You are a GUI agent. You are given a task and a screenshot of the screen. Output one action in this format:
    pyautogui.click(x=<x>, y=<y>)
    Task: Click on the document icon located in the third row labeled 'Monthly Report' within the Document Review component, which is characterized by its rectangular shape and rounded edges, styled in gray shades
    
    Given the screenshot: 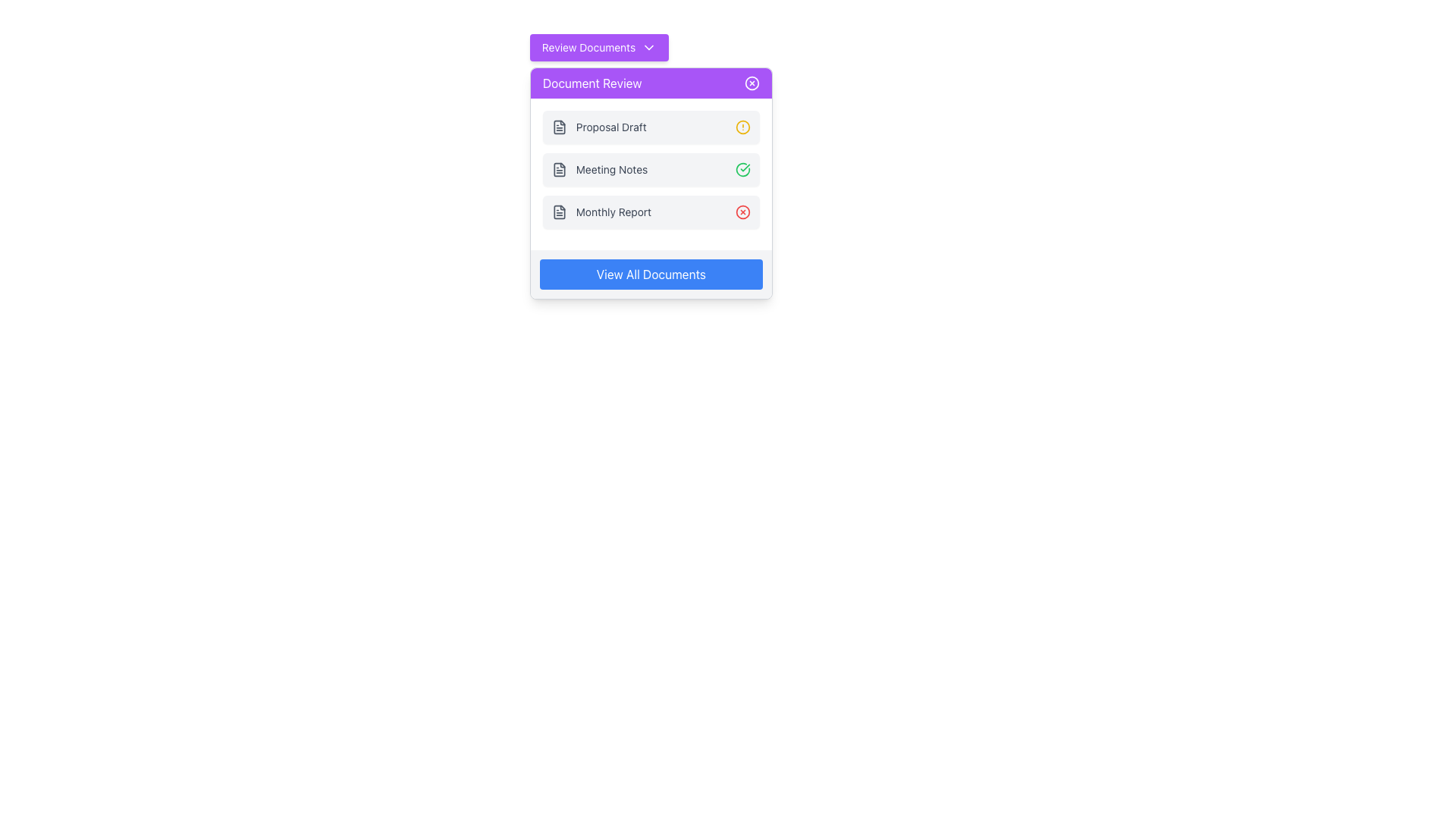 What is the action you would take?
    pyautogui.click(x=558, y=212)
    